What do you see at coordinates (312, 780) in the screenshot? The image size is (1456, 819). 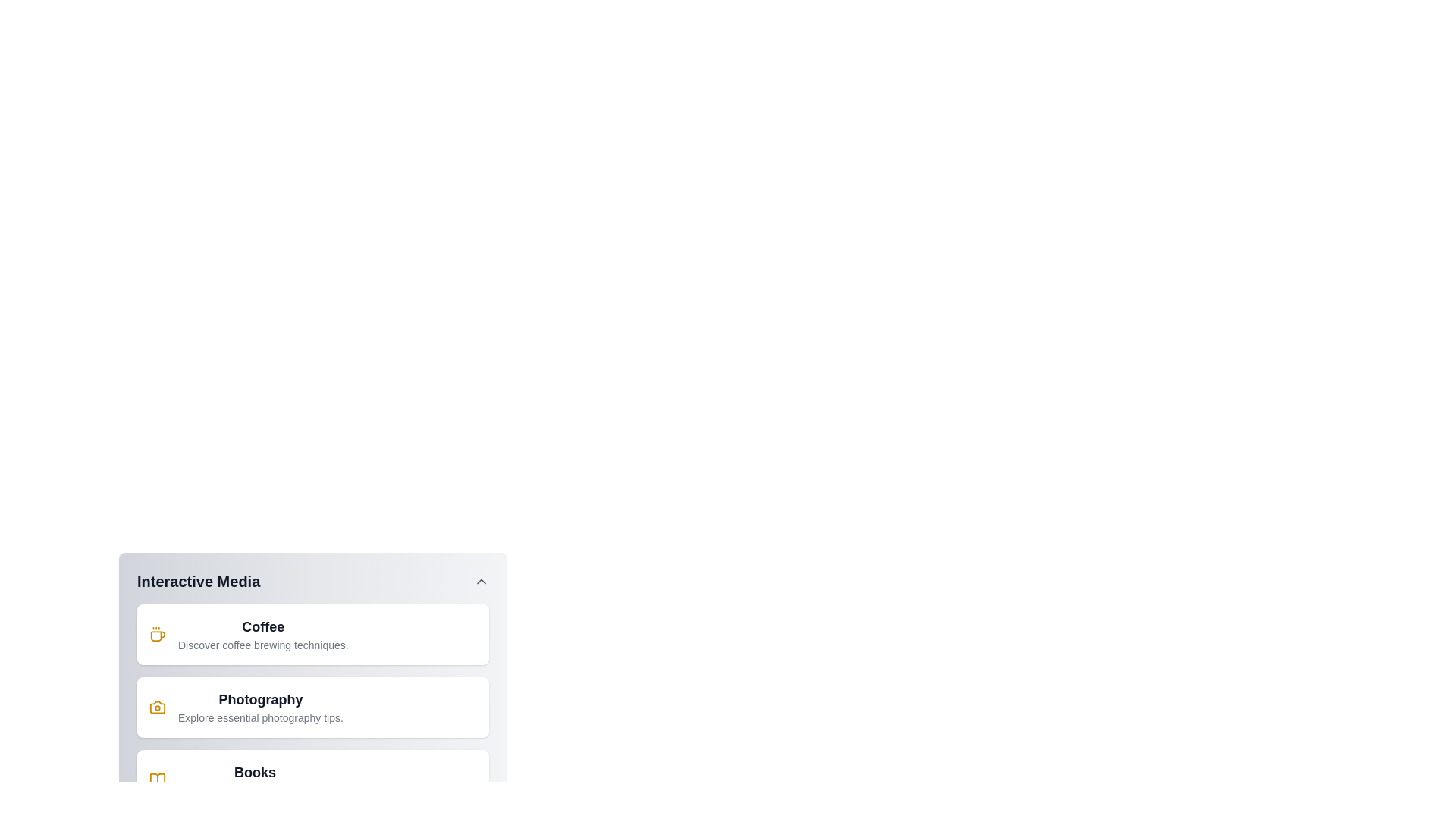 I see `the menu item Books` at bounding box center [312, 780].